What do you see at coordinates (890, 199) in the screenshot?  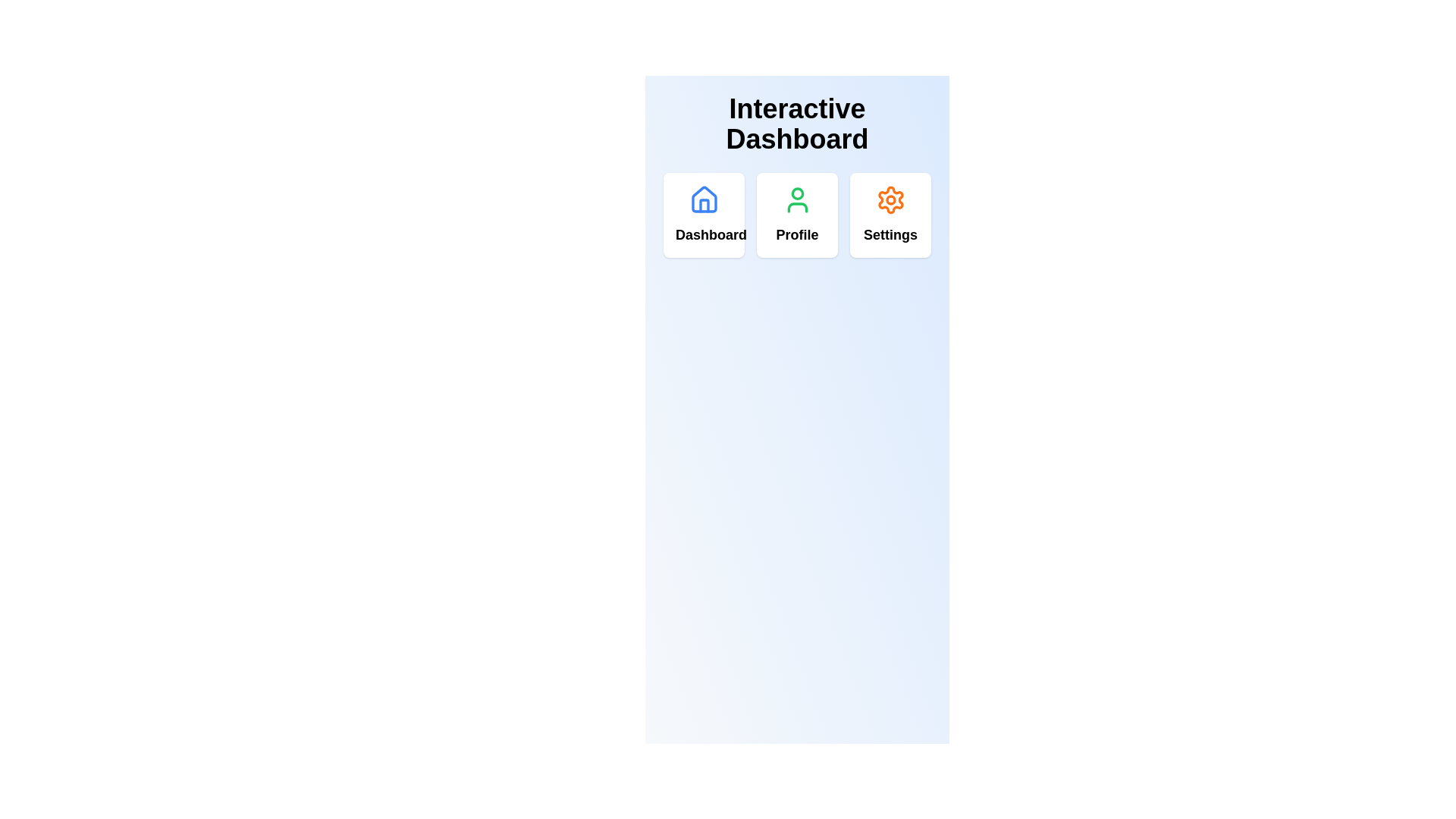 I see `the gear icon representing 'Settings' located at the top section of the third card below the 'Interactive Dashboard'` at bounding box center [890, 199].